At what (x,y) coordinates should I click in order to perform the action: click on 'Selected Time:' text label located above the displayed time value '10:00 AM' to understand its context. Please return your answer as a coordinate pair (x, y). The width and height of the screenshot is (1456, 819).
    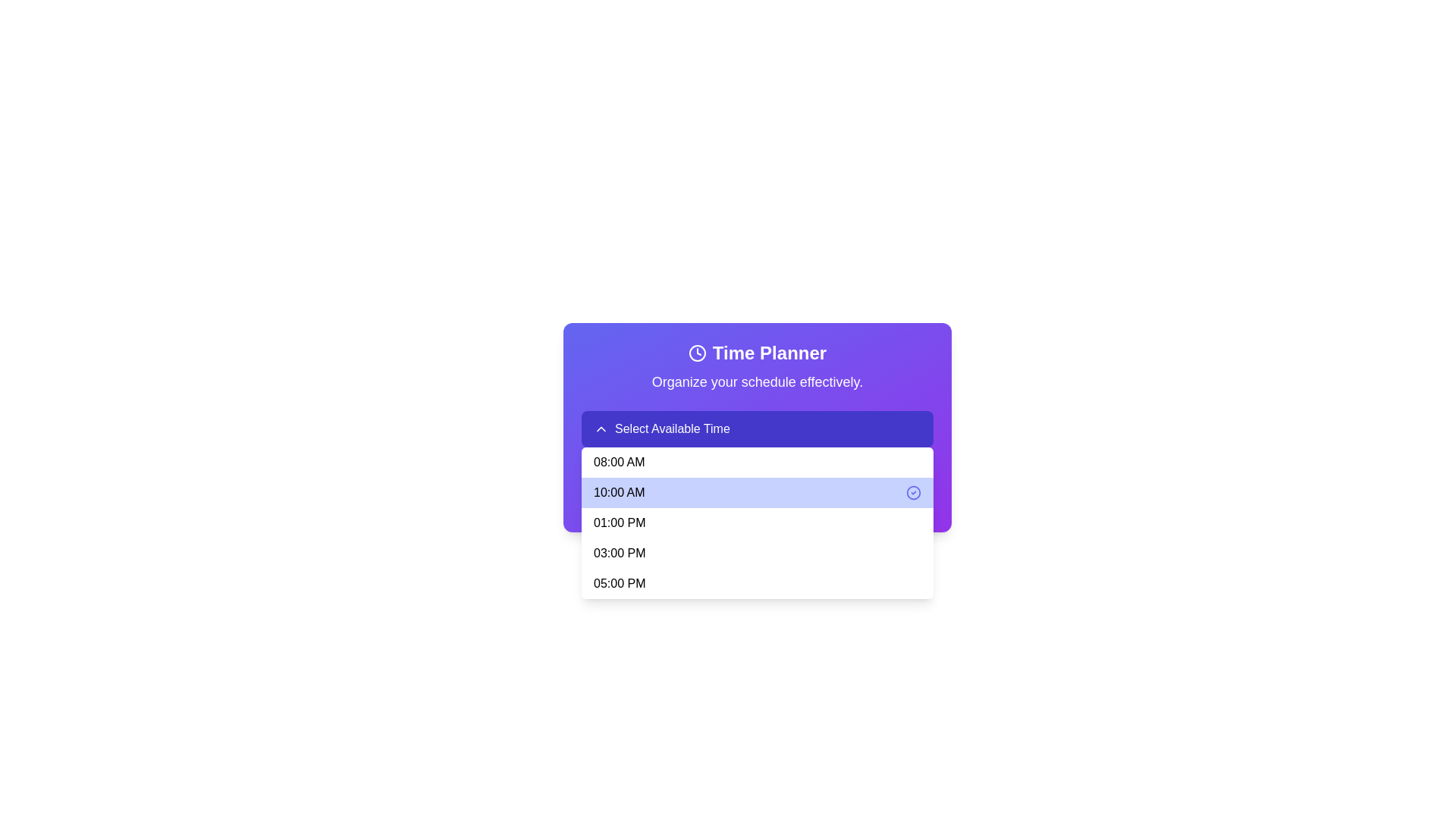
    Looking at the image, I should click on (757, 475).